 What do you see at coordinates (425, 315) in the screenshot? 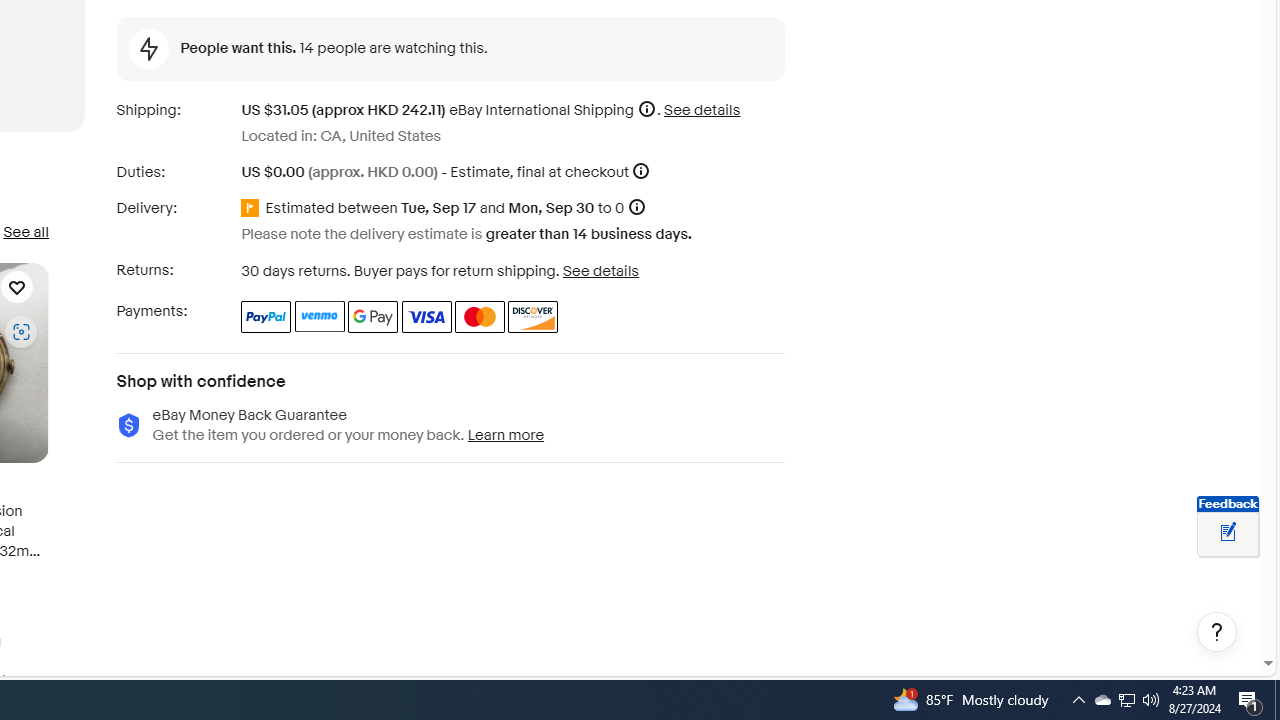
I see `'Visa'` at bounding box center [425, 315].